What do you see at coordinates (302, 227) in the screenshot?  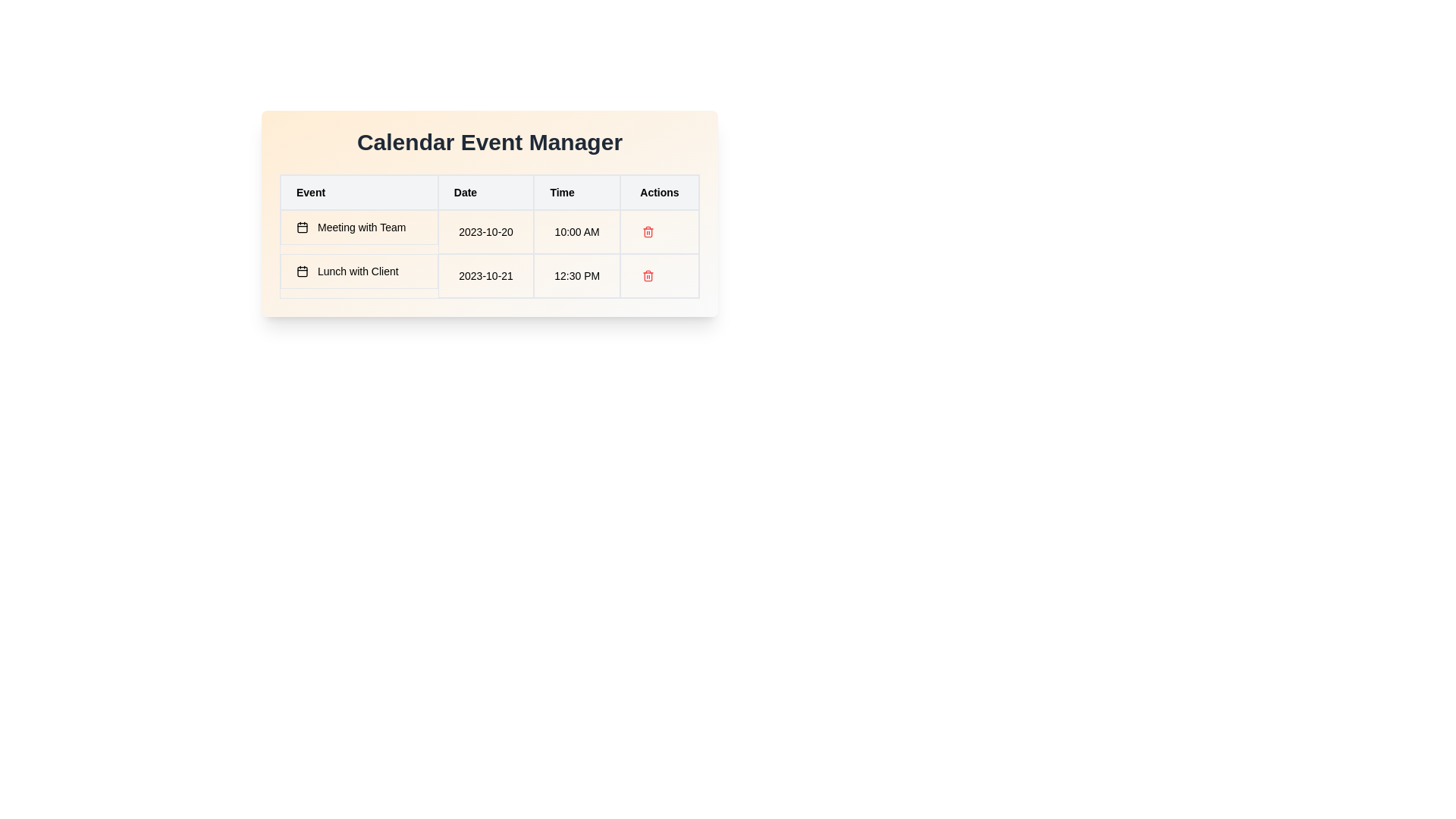 I see `the calendar icon located at the far-left side of the 'Meeting with Team' row in the event table` at bounding box center [302, 227].